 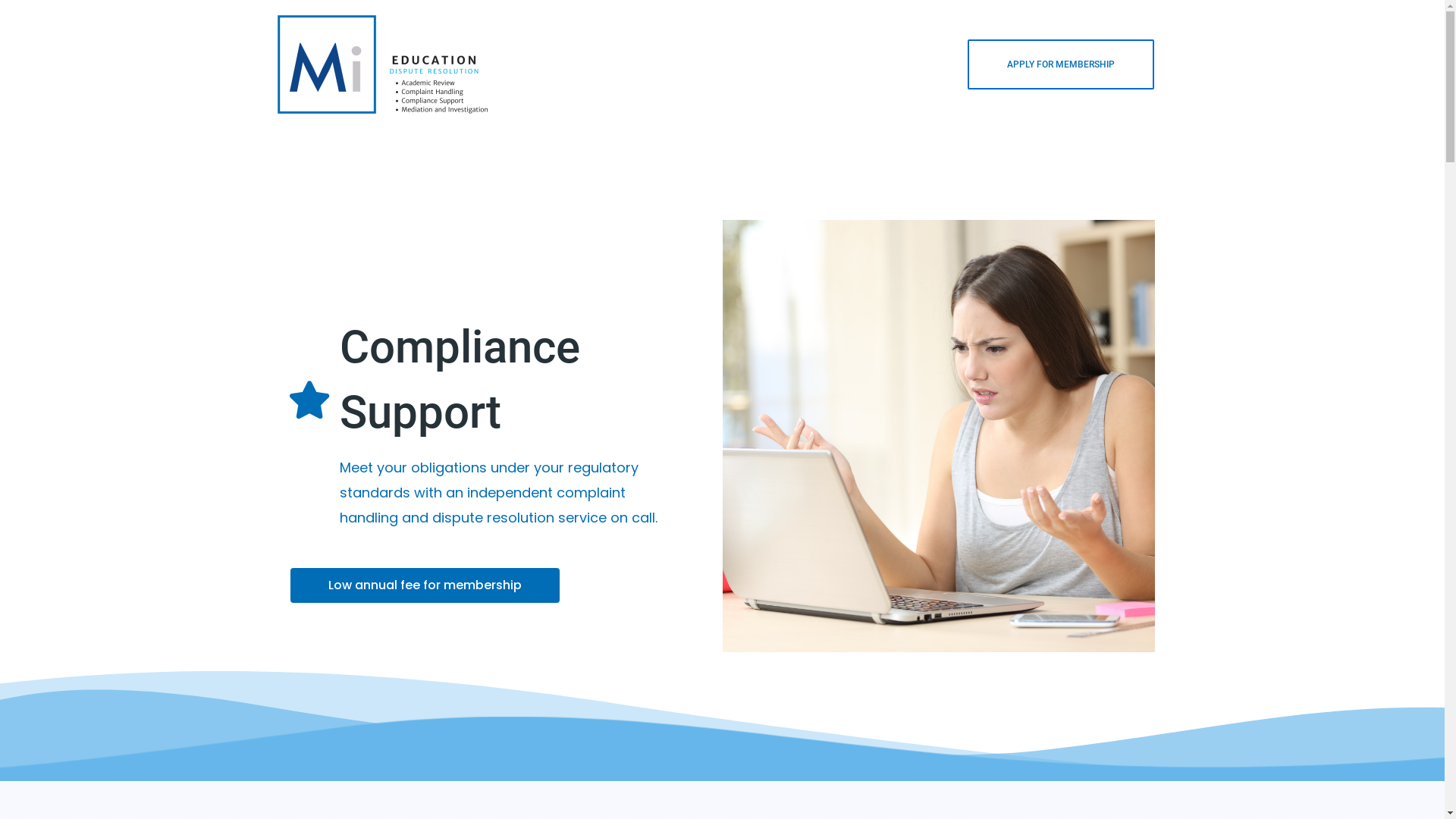 What do you see at coordinates (424, 584) in the screenshot?
I see `'Low annual fee for membership'` at bounding box center [424, 584].